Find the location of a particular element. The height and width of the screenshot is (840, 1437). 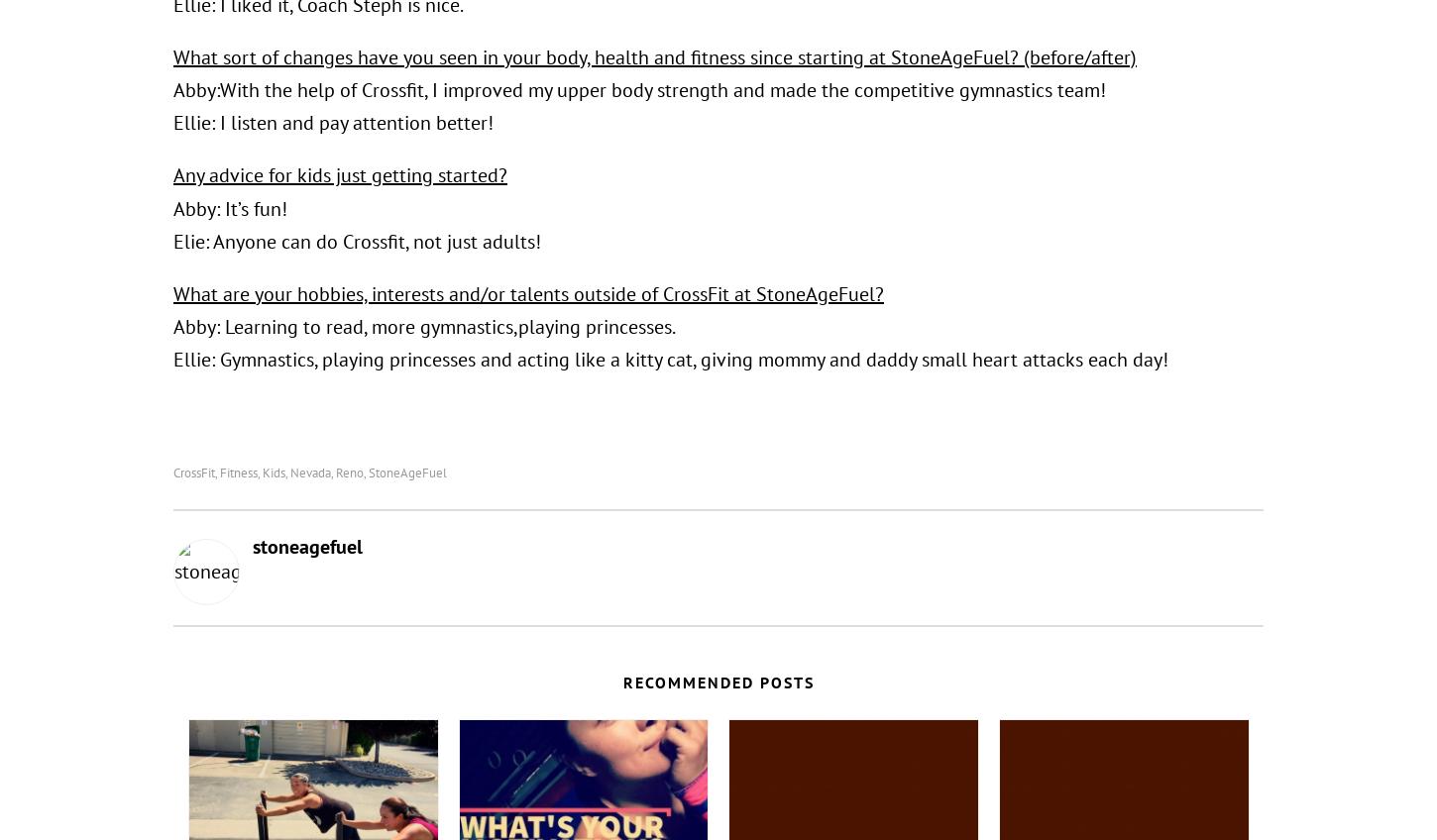

'Recommended Posts' is located at coordinates (717, 680).